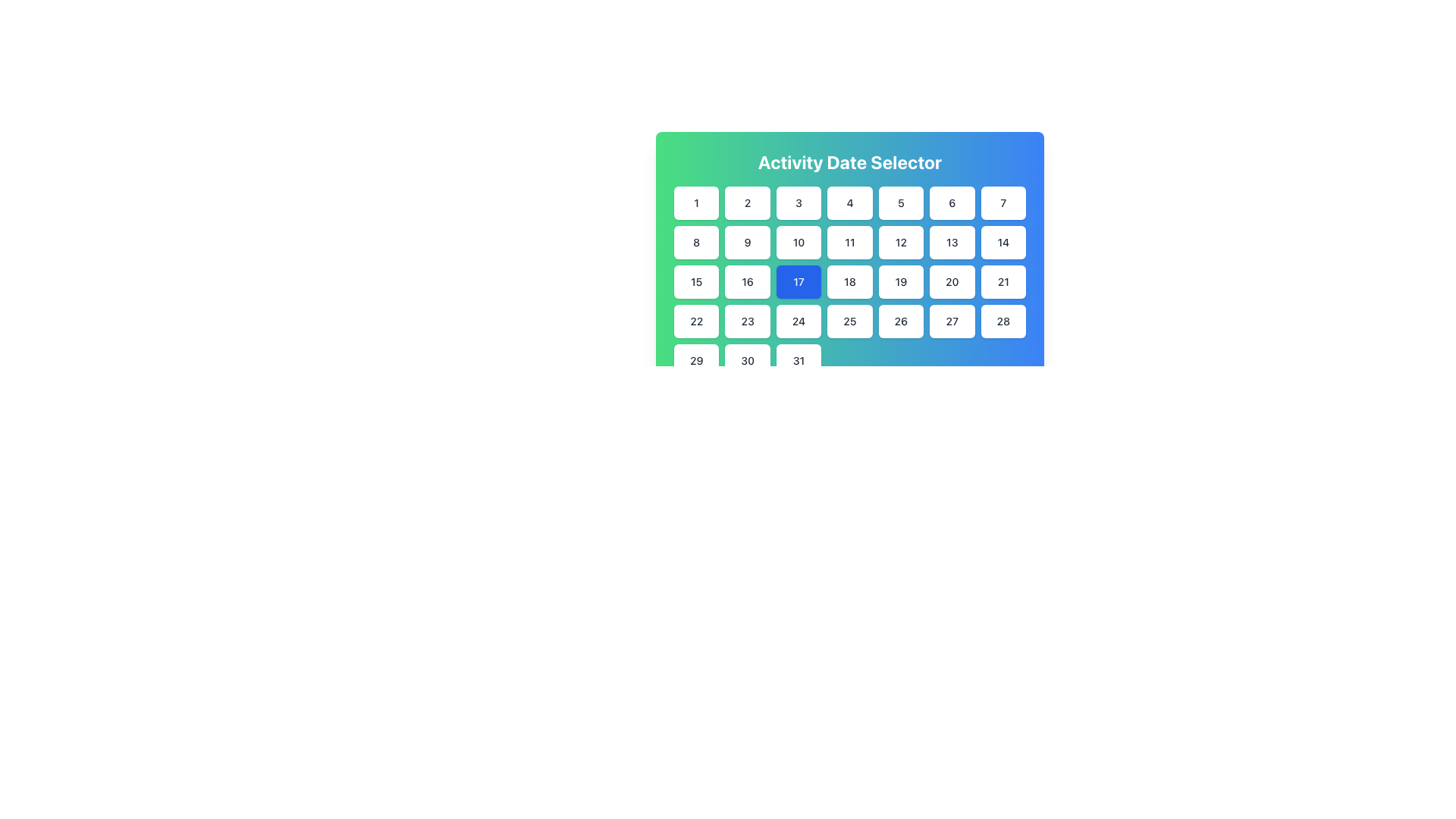  I want to click on the interactive button labeled '5' in the date selection interface to trigger its hover animation, so click(901, 202).